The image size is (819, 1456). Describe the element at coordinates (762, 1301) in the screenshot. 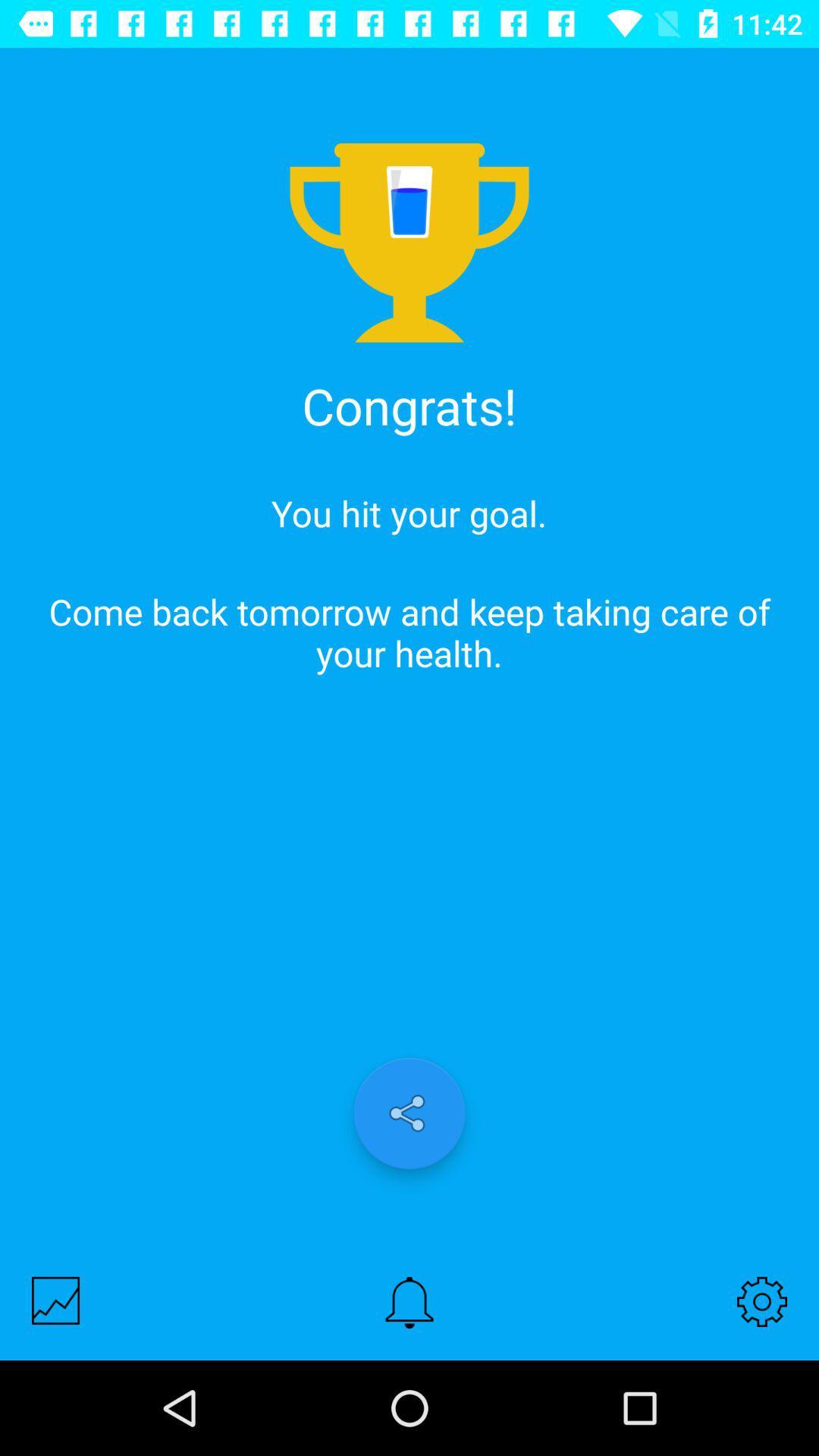

I see `settings options` at that location.